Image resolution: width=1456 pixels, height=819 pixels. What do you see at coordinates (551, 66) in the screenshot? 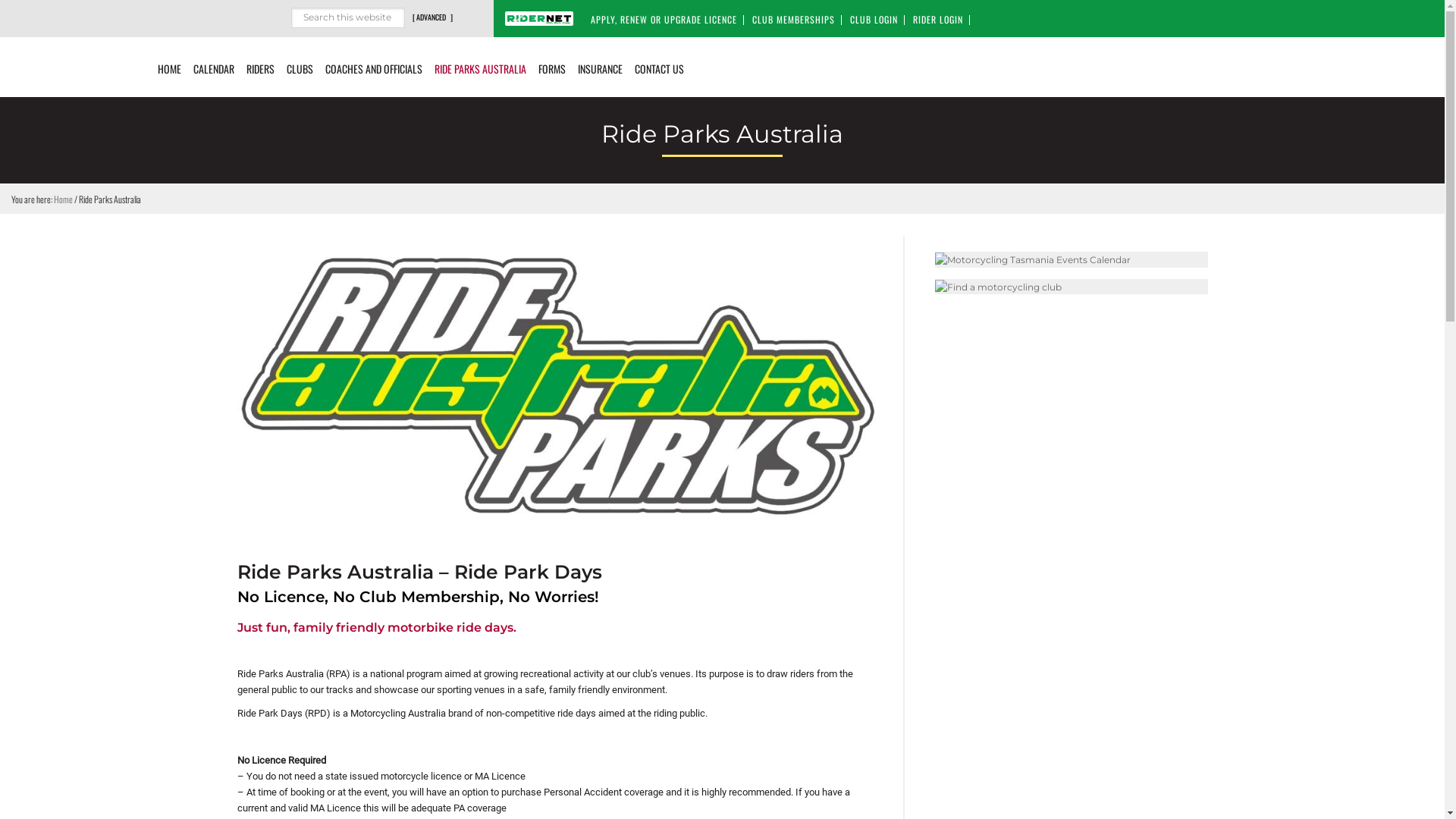
I see `'FORMS'` at bounding box center [551, 66].